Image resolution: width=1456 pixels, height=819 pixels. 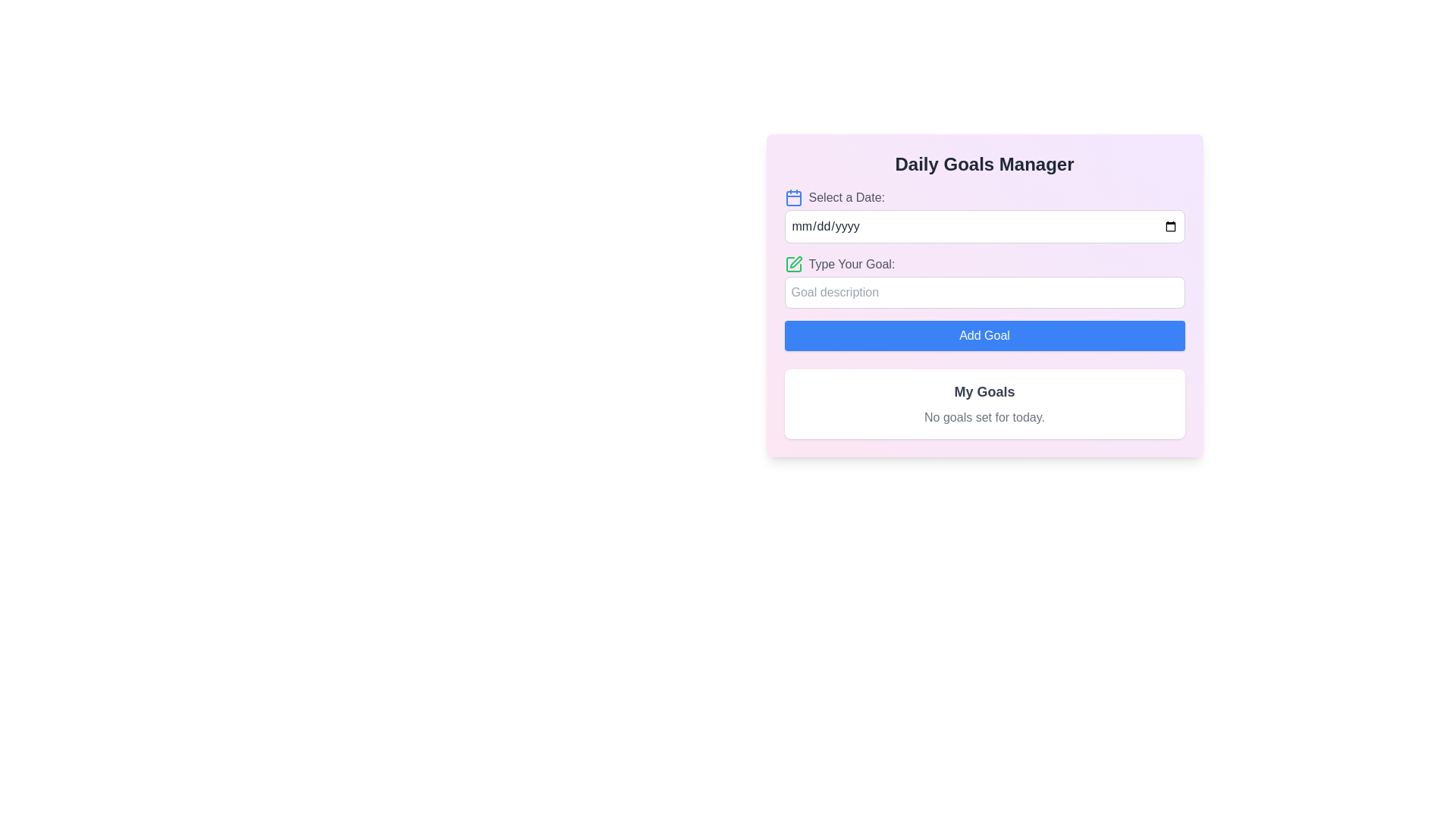 I want to click on the rectangular blue button labeled 'Add Goal' located below the input field 'Type Your Goal:' and above the section 'My Goals', so click(x=984, y=335).